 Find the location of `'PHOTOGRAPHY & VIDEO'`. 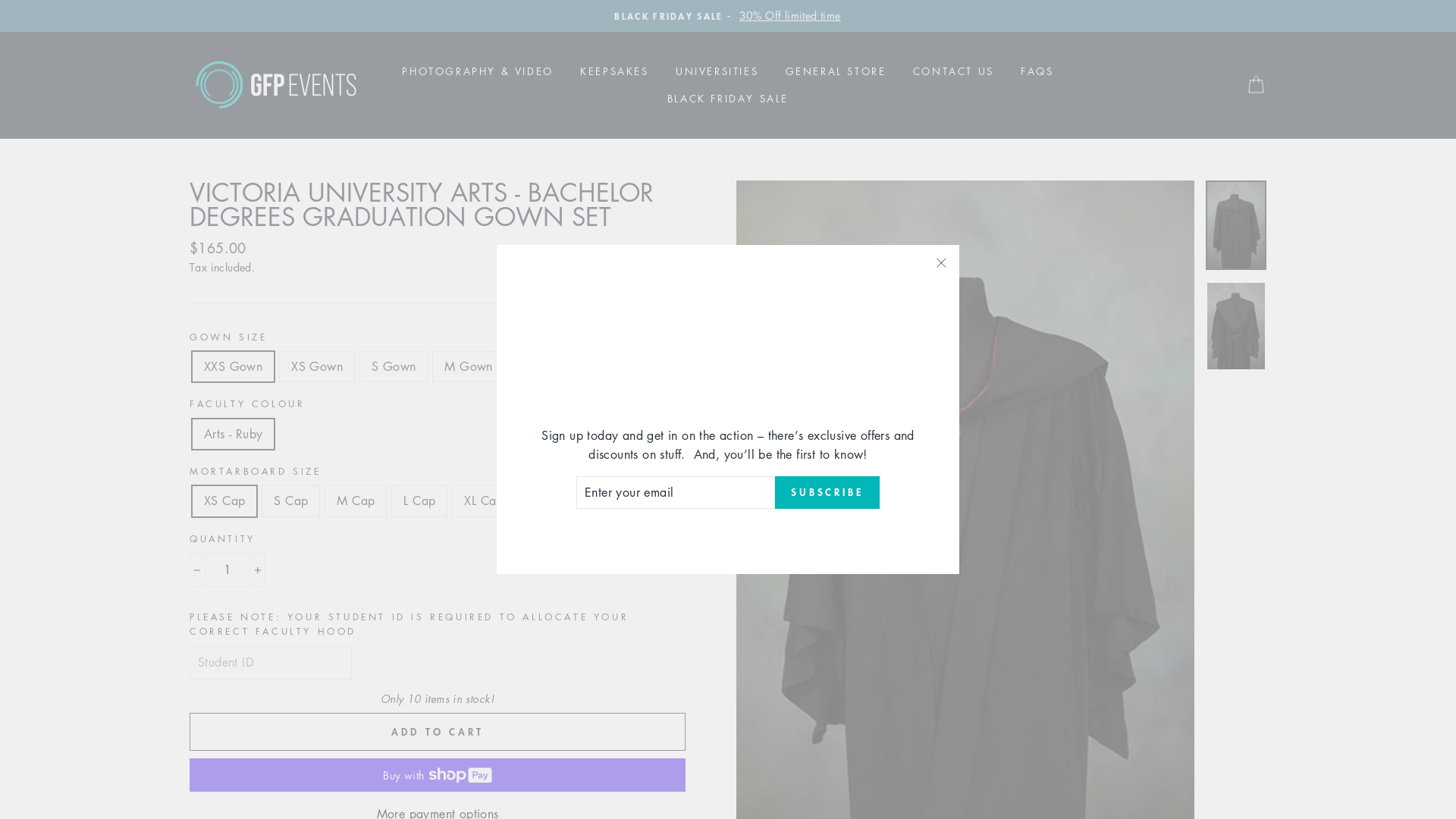

'PHOTOGRAPHY & VIDEO' is located at coordinates (476, 71).